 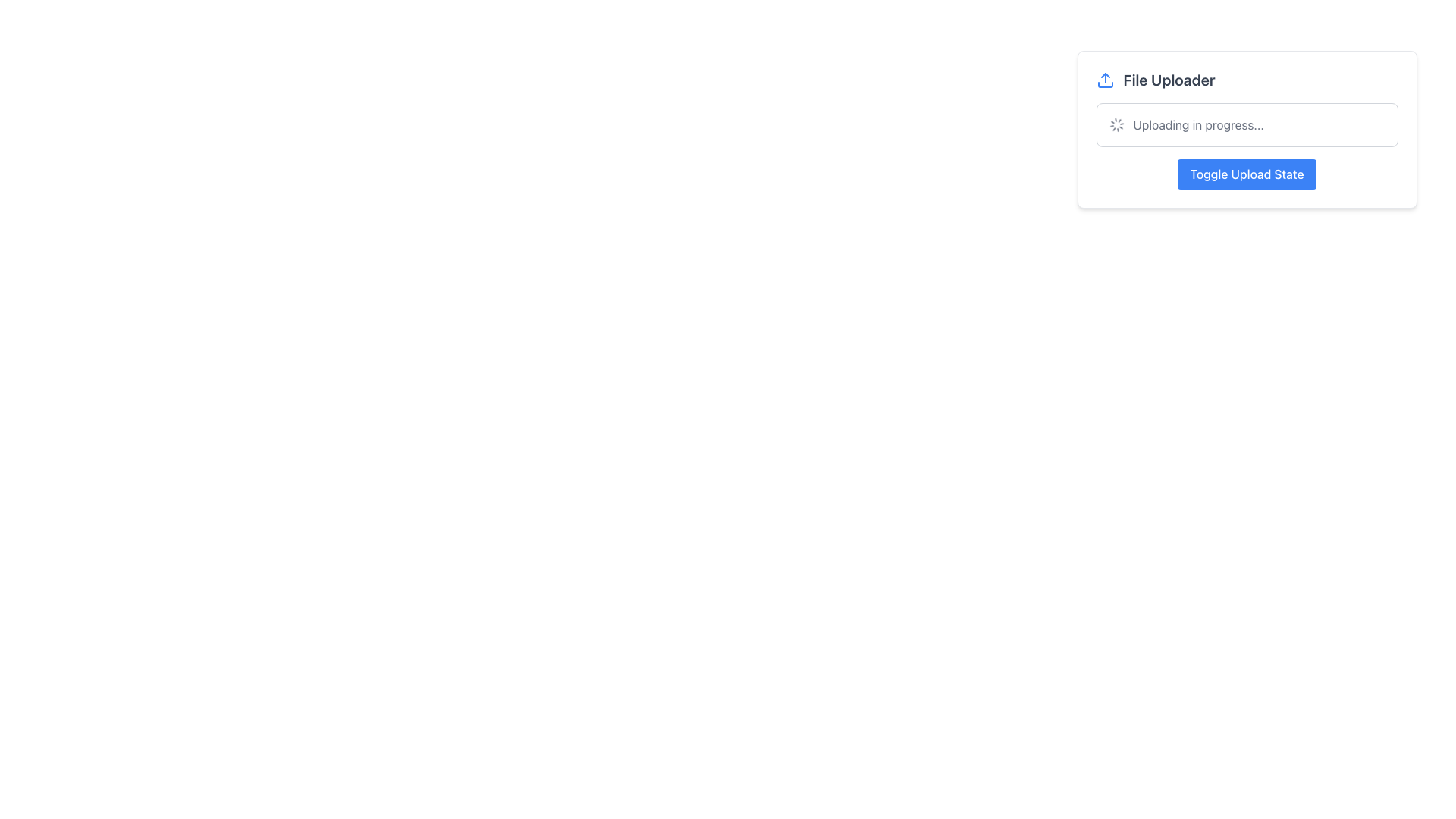 What do you see at coordinates (1116, 124) in the screenshot?
I see `the Loading Indicator spinner icon that indicates an ongoing uploading process, located in the pop-up box labeled 'File Uploader'` at bounding box center [1116, 124].